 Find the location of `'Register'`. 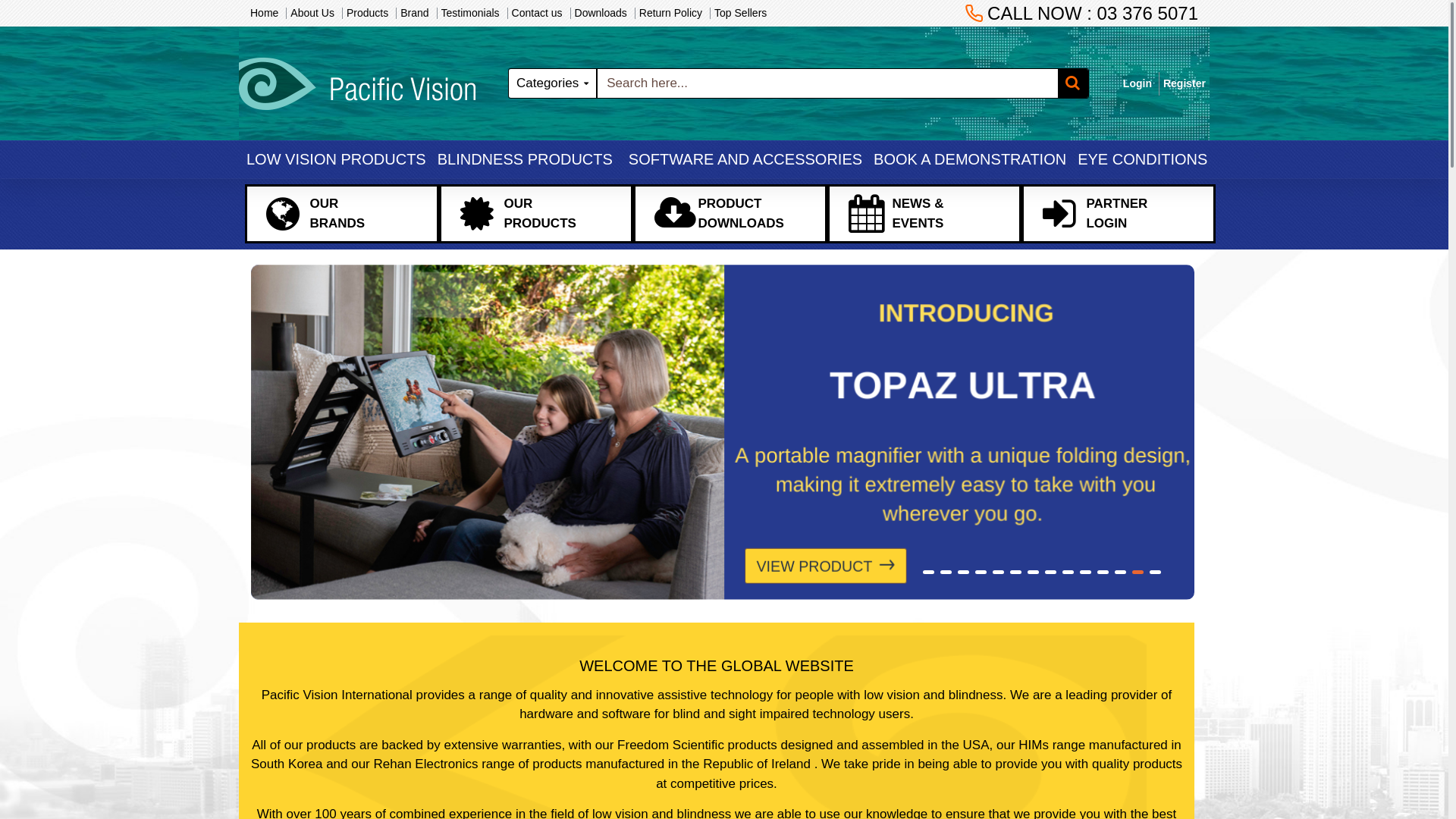

'Register' is located at coordinates (1183, 83).